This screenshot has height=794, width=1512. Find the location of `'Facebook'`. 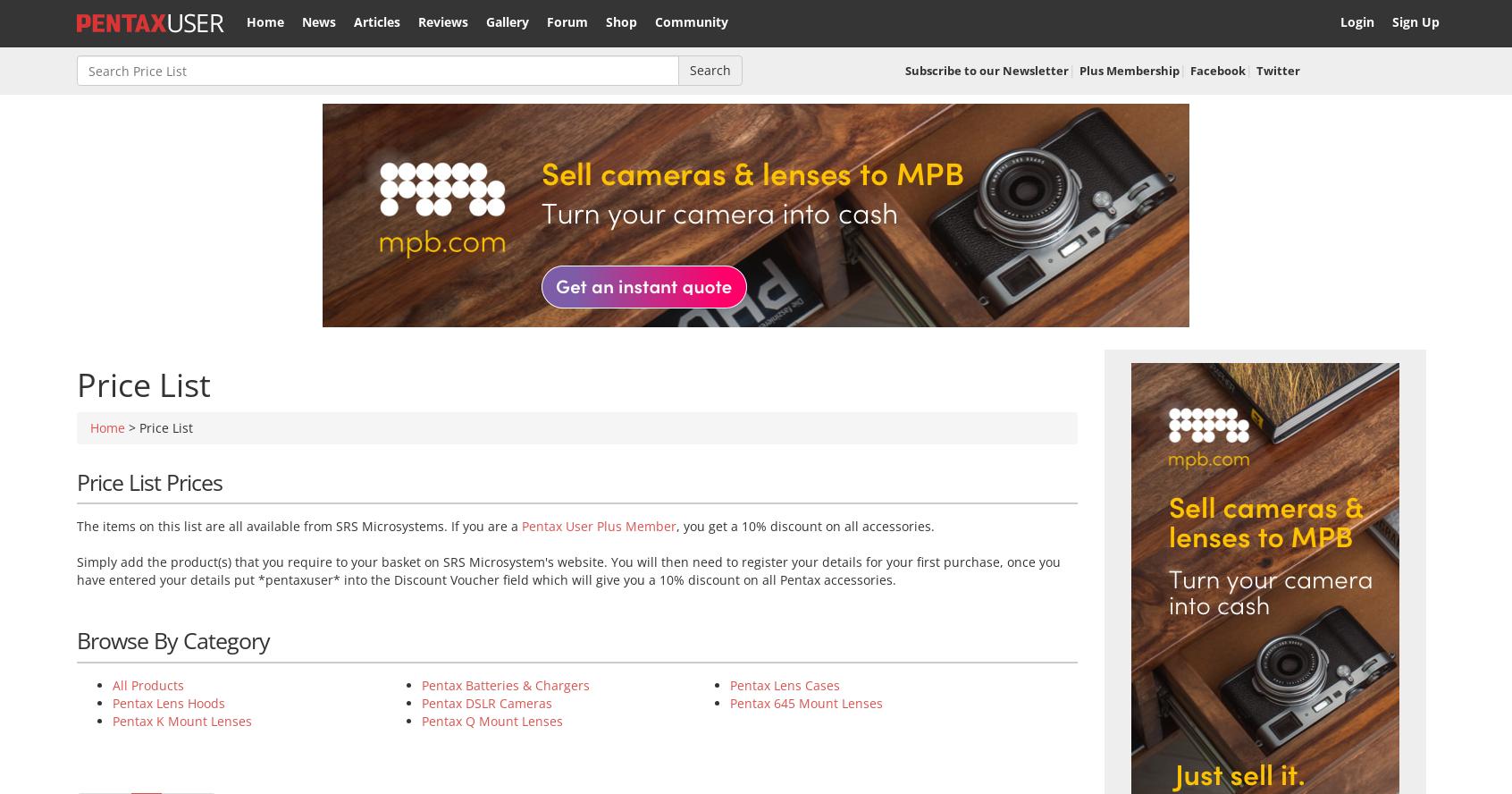

'Facebook' is located at coordinates (1217, 70).